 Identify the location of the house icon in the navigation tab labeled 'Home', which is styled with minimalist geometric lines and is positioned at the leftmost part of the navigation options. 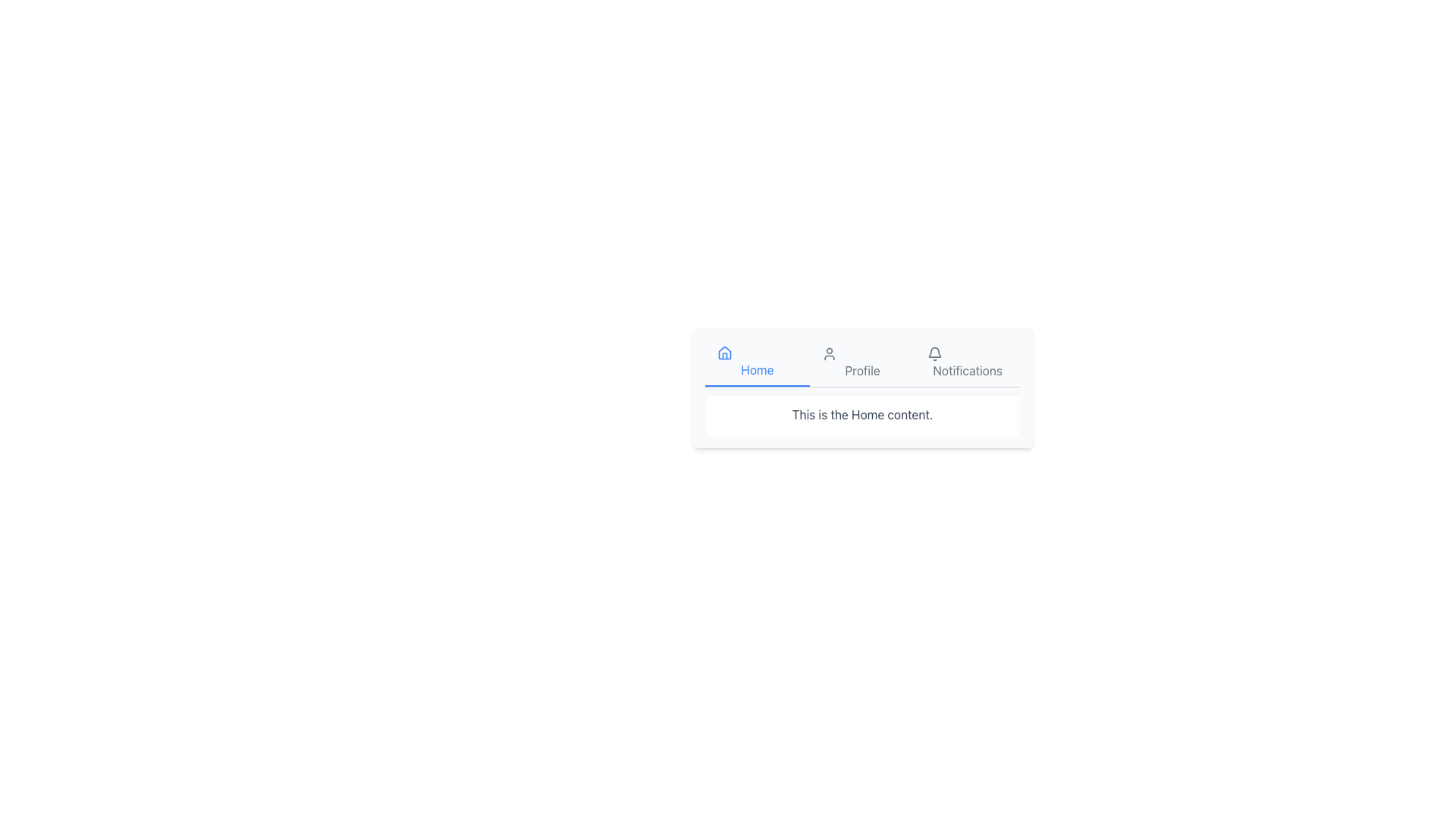
(757, 353).